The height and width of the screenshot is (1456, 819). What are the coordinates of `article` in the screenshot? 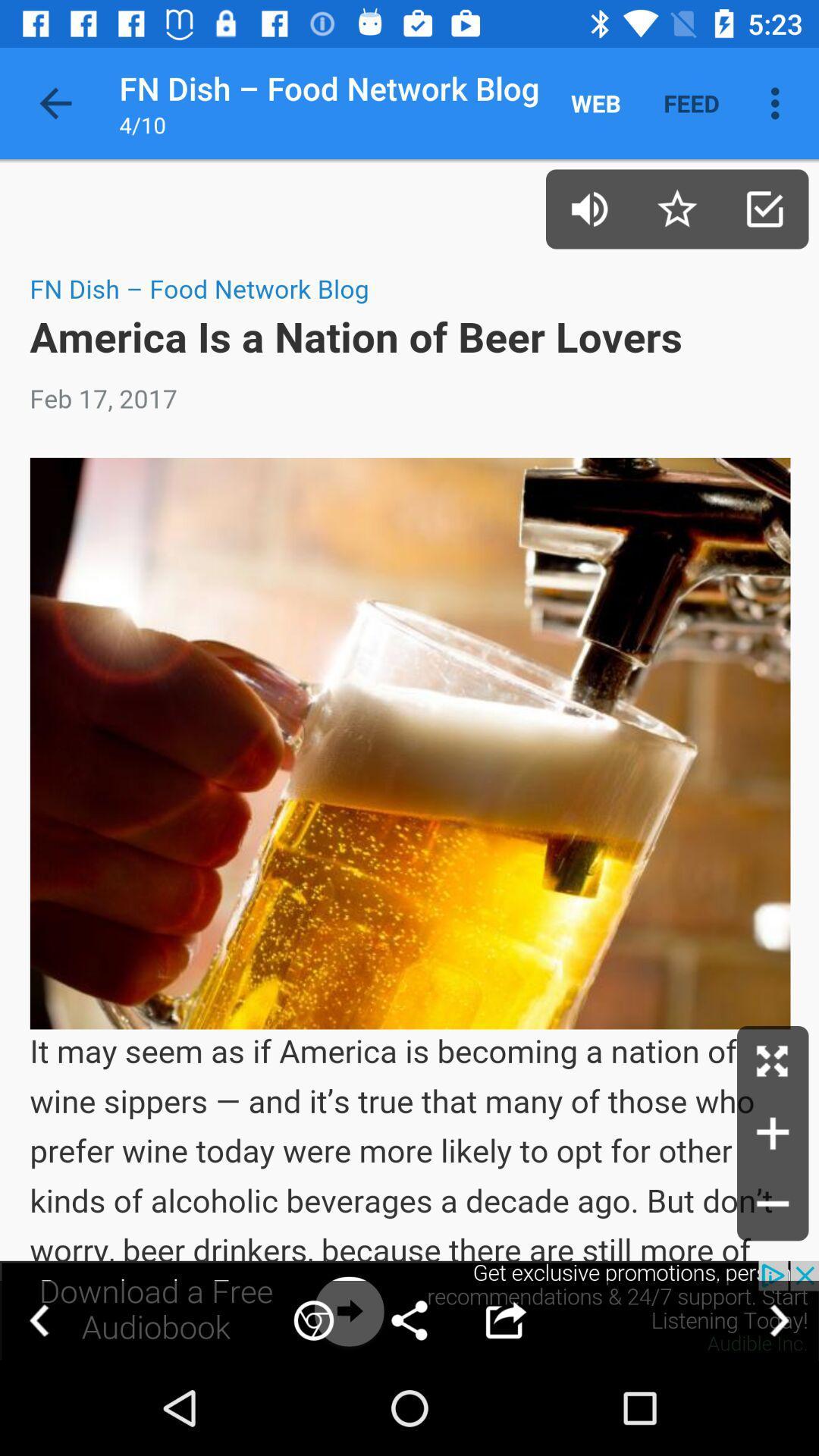 It's located at (764, 208).